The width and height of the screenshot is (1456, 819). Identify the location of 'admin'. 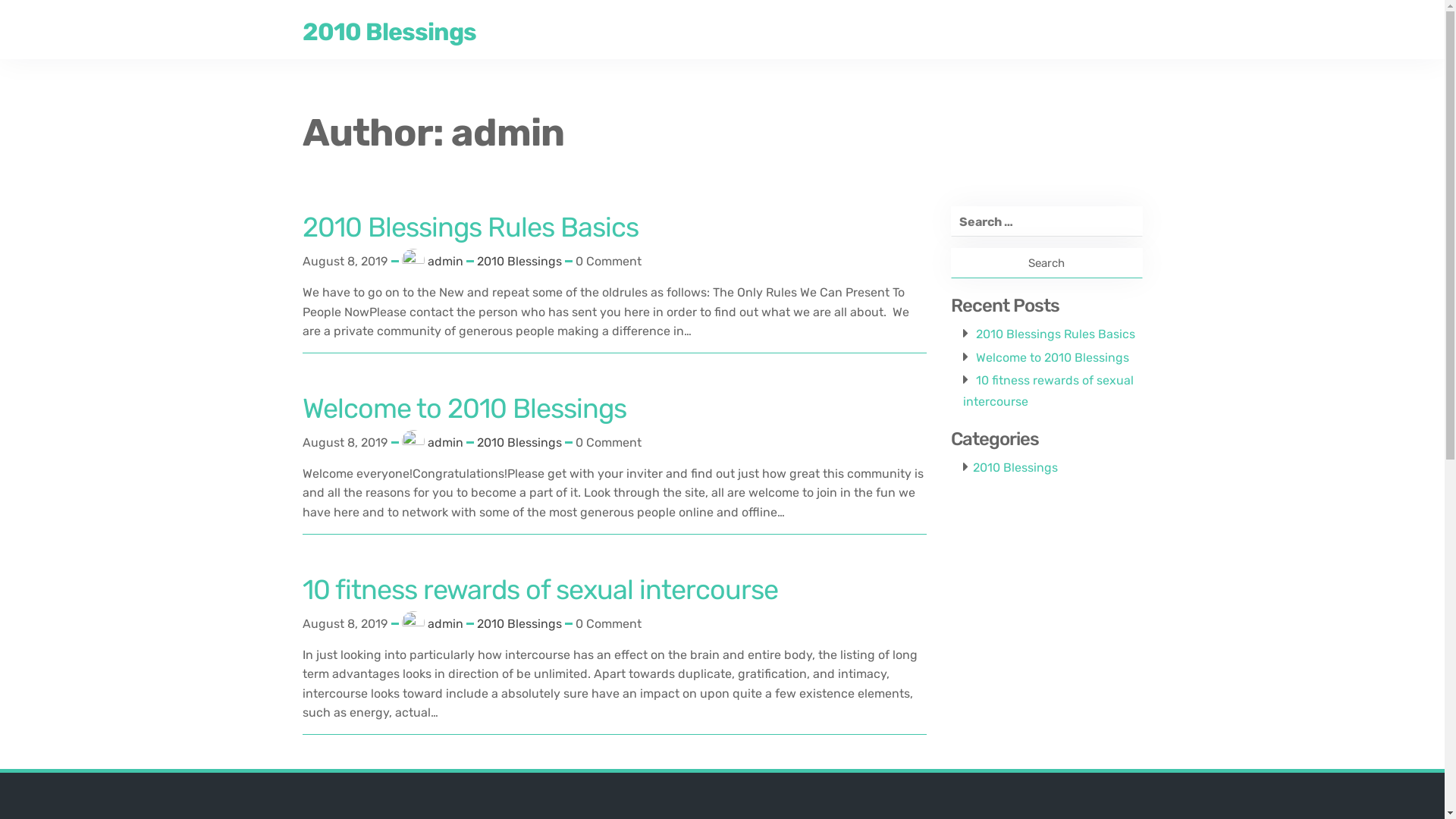
(444, 260).